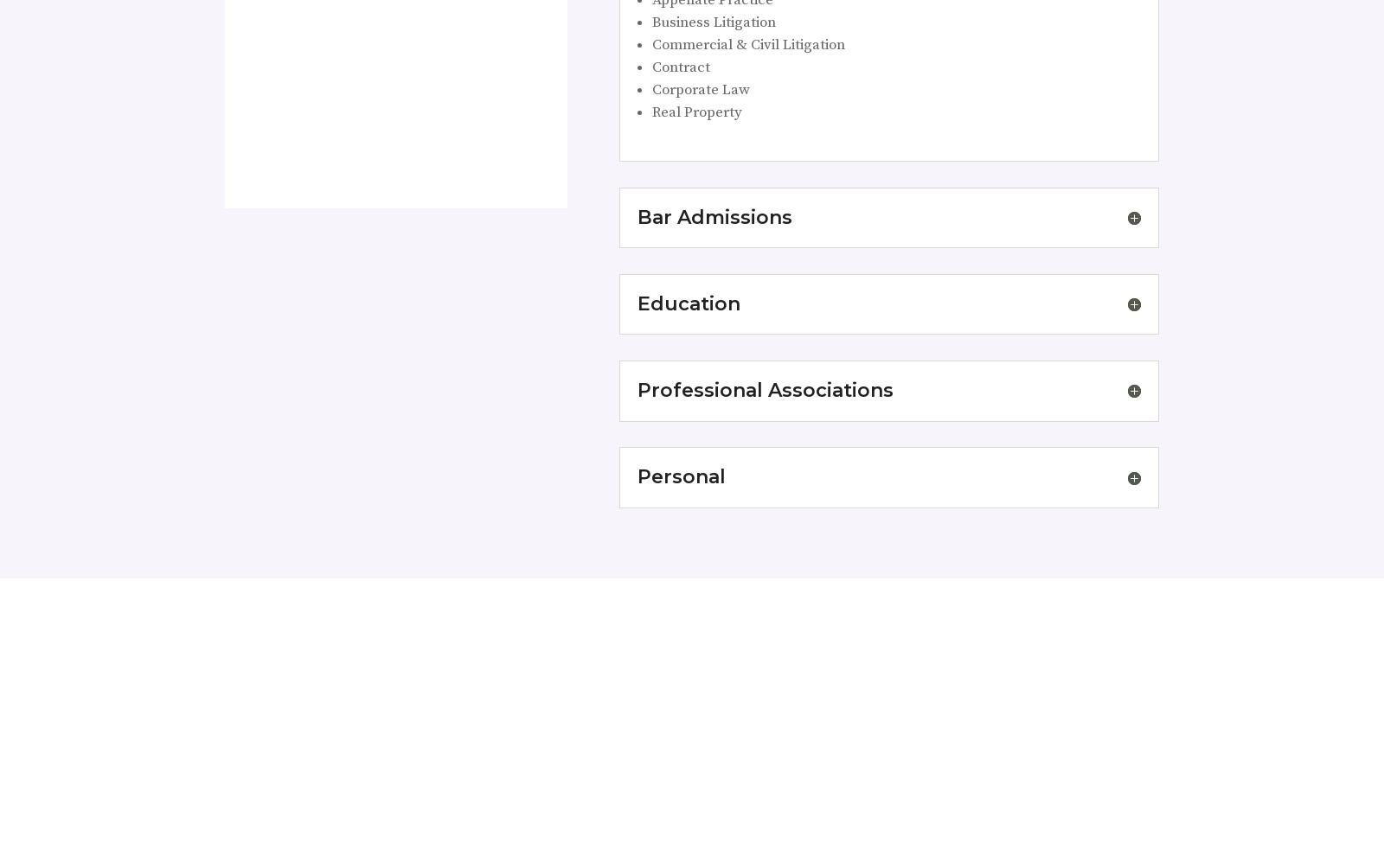 The height and width of the screenshot is (868, 1384). I want to click on 'Commercial & Civil Litigation', so click(650, 44).